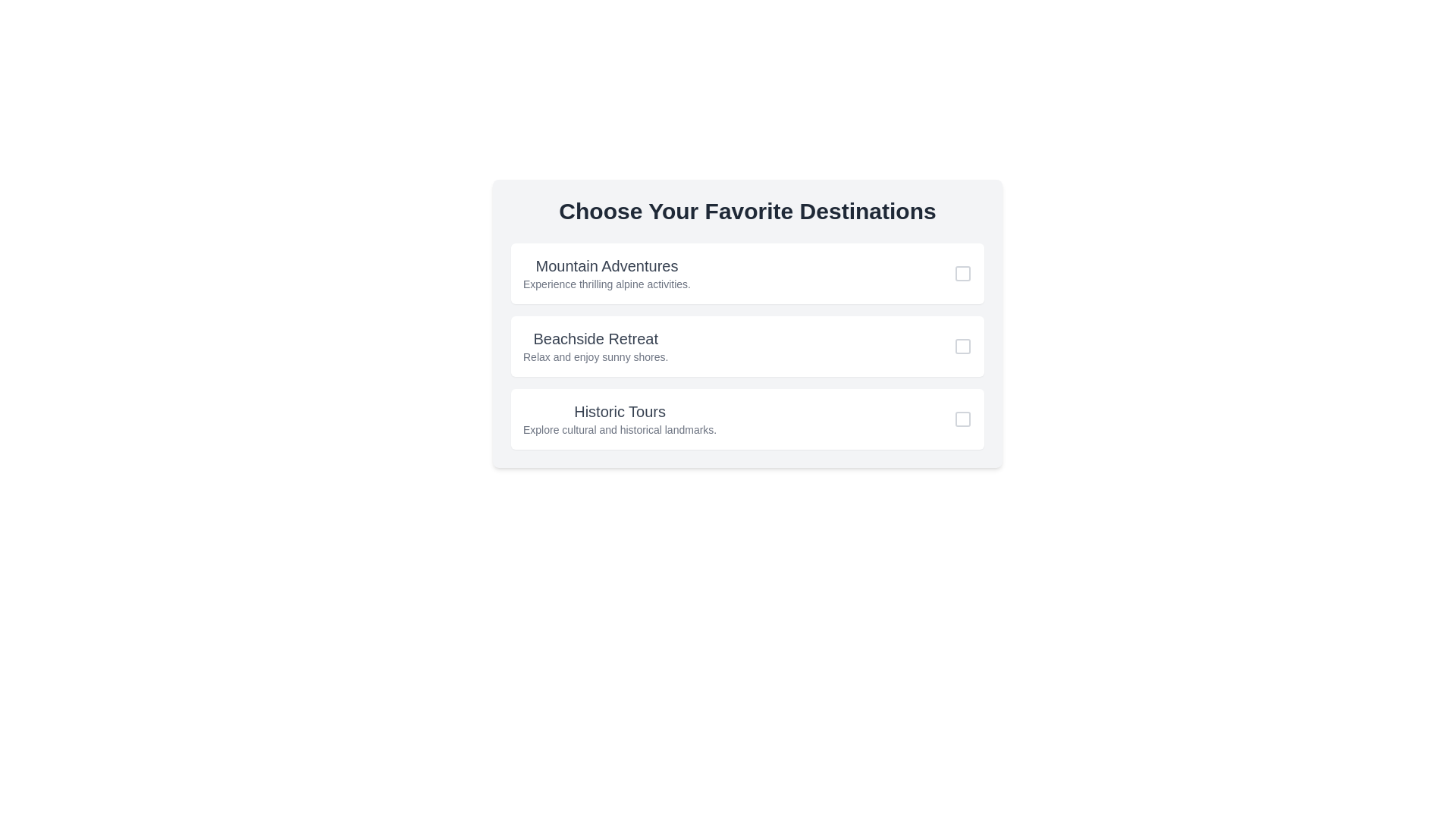  What do you see at coordinates (595, 338) in the screenshot?
I see `the static text label reading 'Beachside Retreat', which is styled with a larger font size, bold text weight, and gray color, located at the top-middle of the second box in a vertical list of options` at bounding box center [595, 338].